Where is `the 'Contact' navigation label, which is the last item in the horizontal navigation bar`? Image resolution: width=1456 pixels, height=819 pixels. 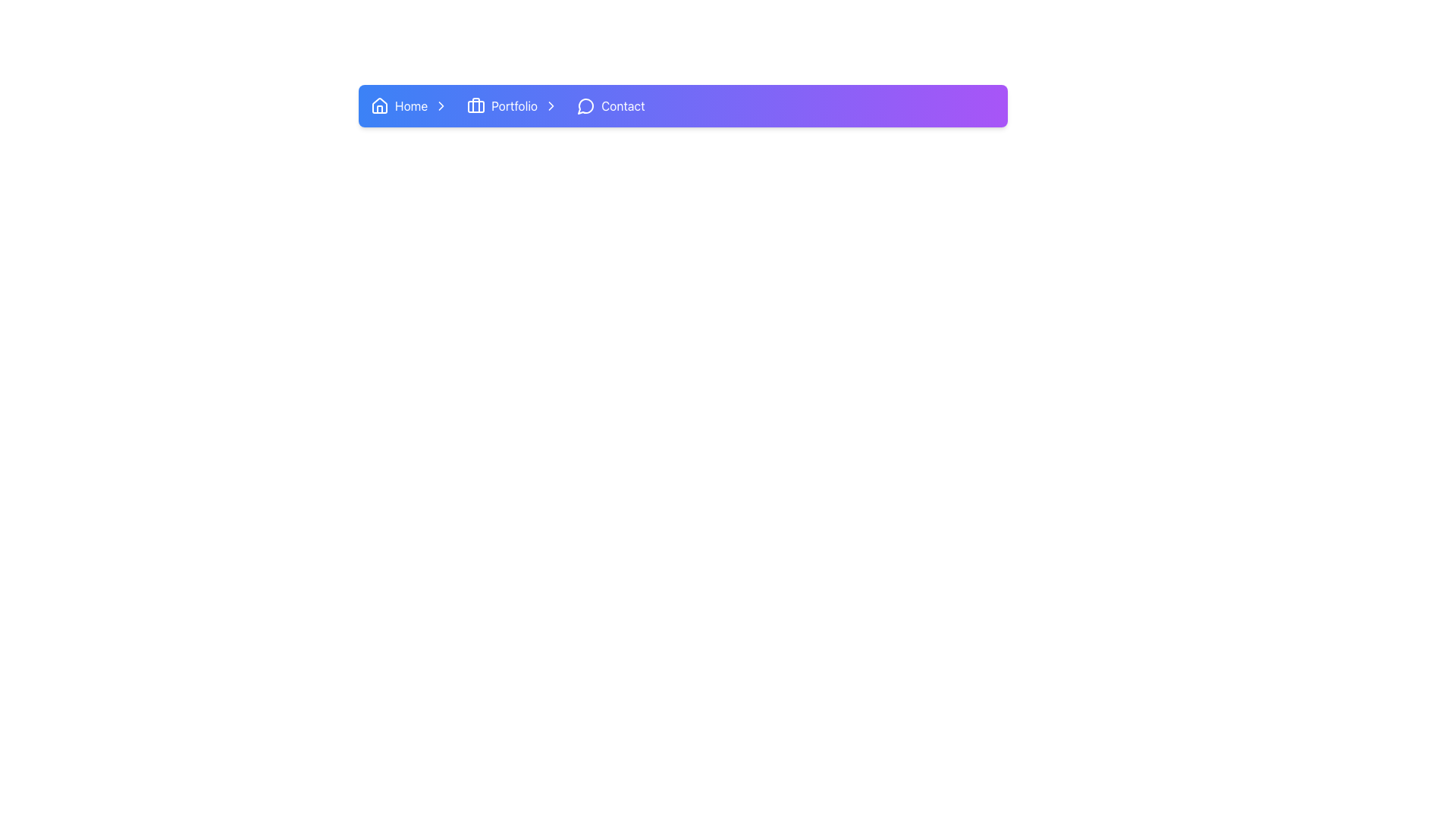
the 'Contact' navigation label, which is the last item in the horizontal navigation bar is located at coordinates (611, 105).